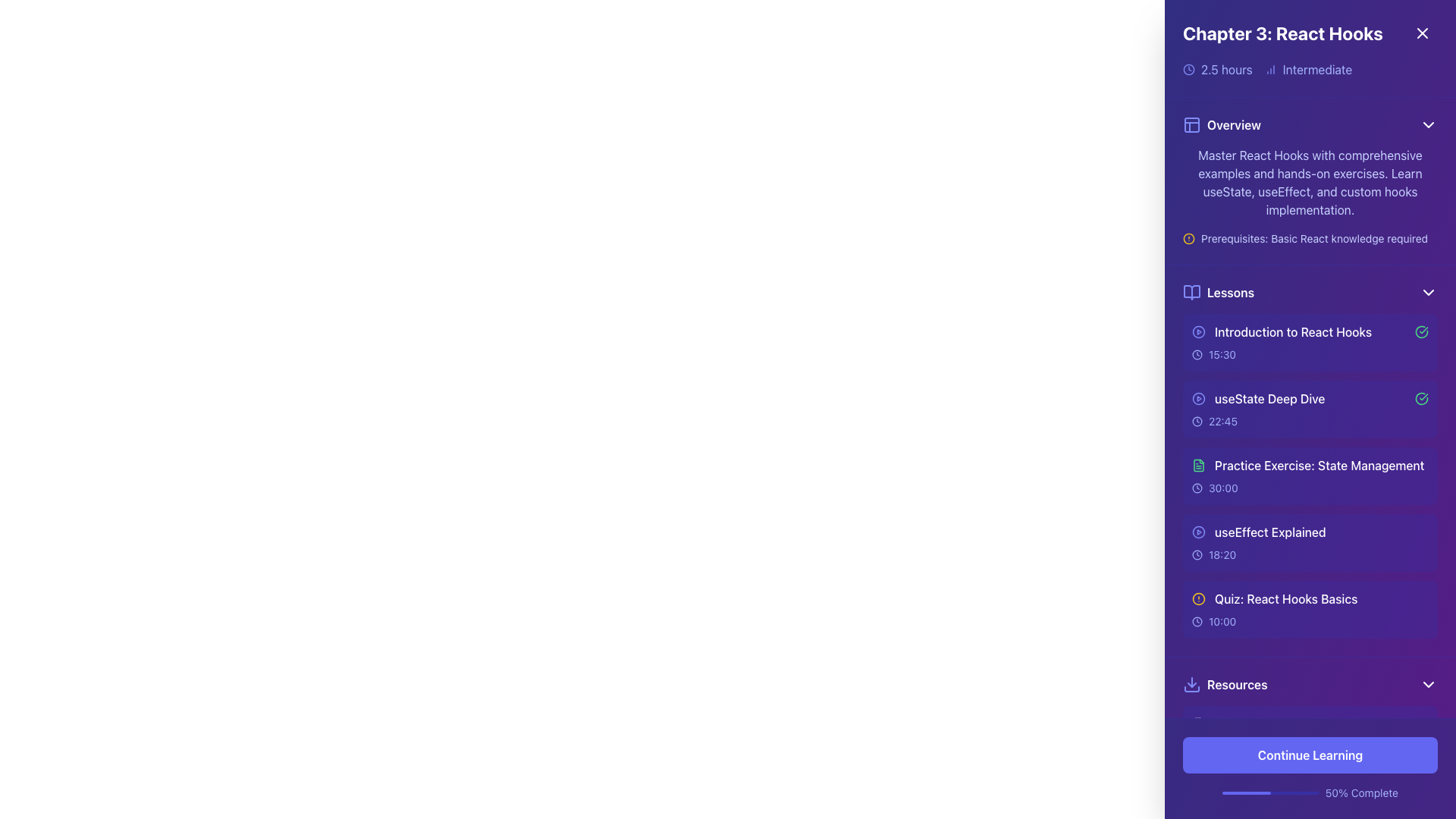 The width and height of the screenshot is (1456, 819). I want to click on the 'Lessons' section icon located in the right sidebar, which visually represents the content of the section and is positioned to the left of the label 'Lessons', so click(1191, 292).